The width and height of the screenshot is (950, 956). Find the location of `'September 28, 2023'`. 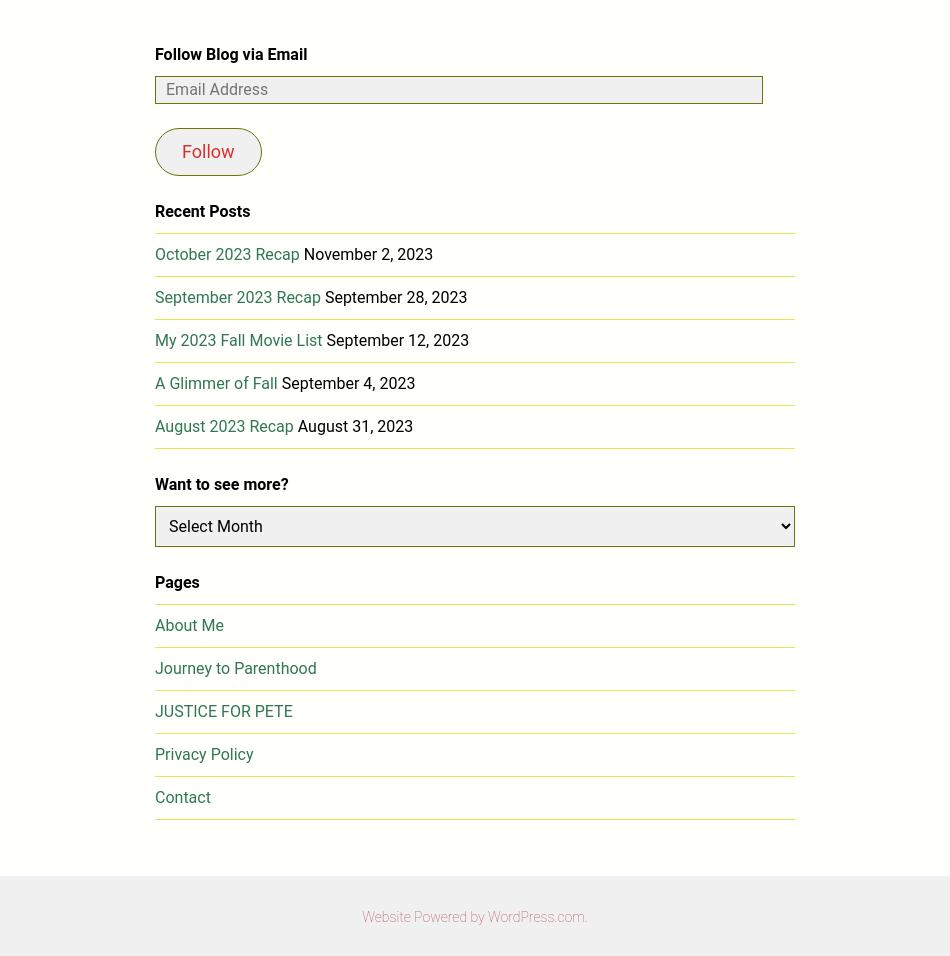

'September 28, 2023' is located at coordinates (394, 295).